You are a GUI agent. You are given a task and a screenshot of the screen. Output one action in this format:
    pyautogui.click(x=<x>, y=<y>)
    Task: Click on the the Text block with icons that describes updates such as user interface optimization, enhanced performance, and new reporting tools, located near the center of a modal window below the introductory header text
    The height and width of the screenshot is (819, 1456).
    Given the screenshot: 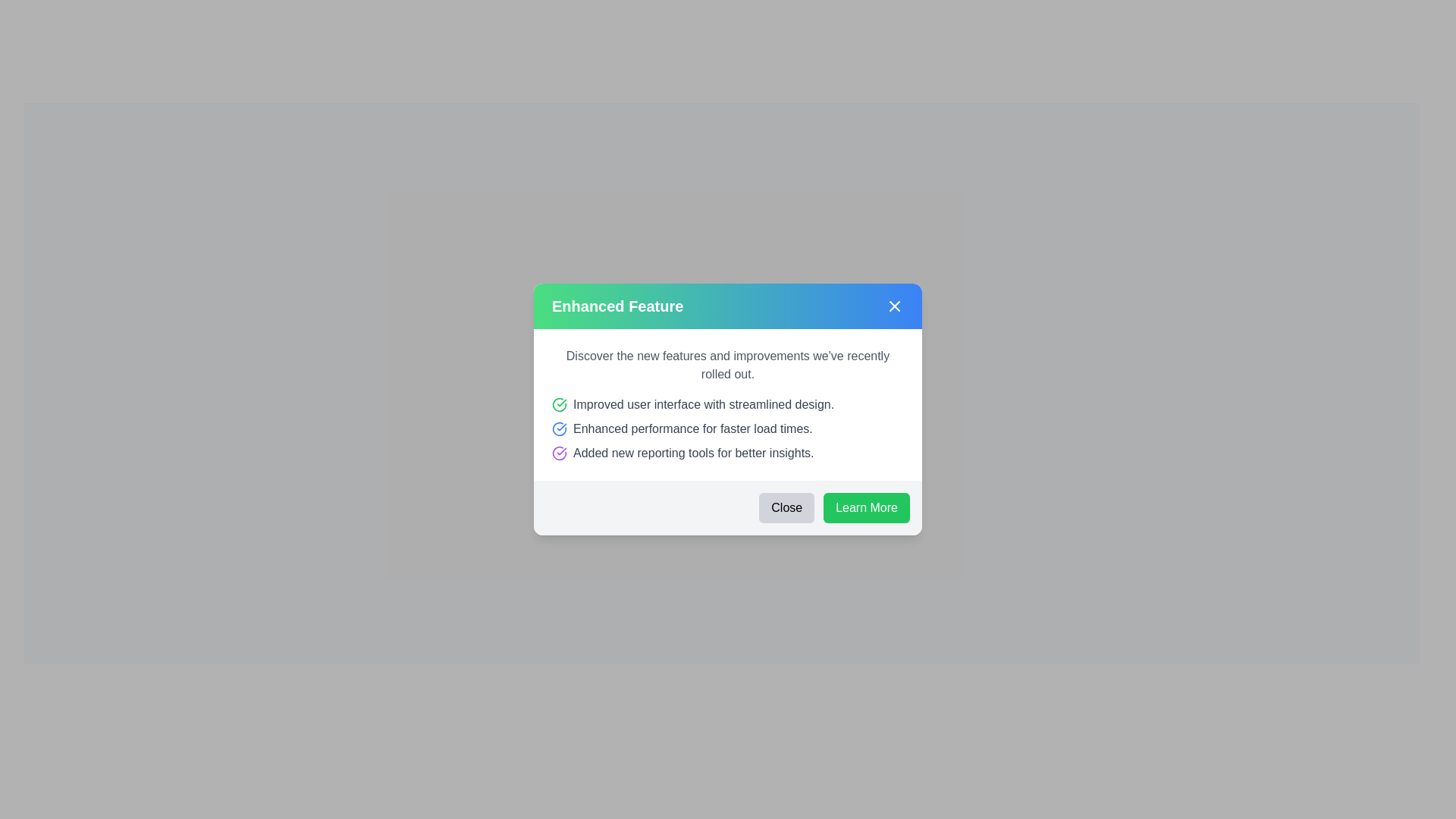 What is the action you would take?
    pyautogui.click(x=728, y=429)
    